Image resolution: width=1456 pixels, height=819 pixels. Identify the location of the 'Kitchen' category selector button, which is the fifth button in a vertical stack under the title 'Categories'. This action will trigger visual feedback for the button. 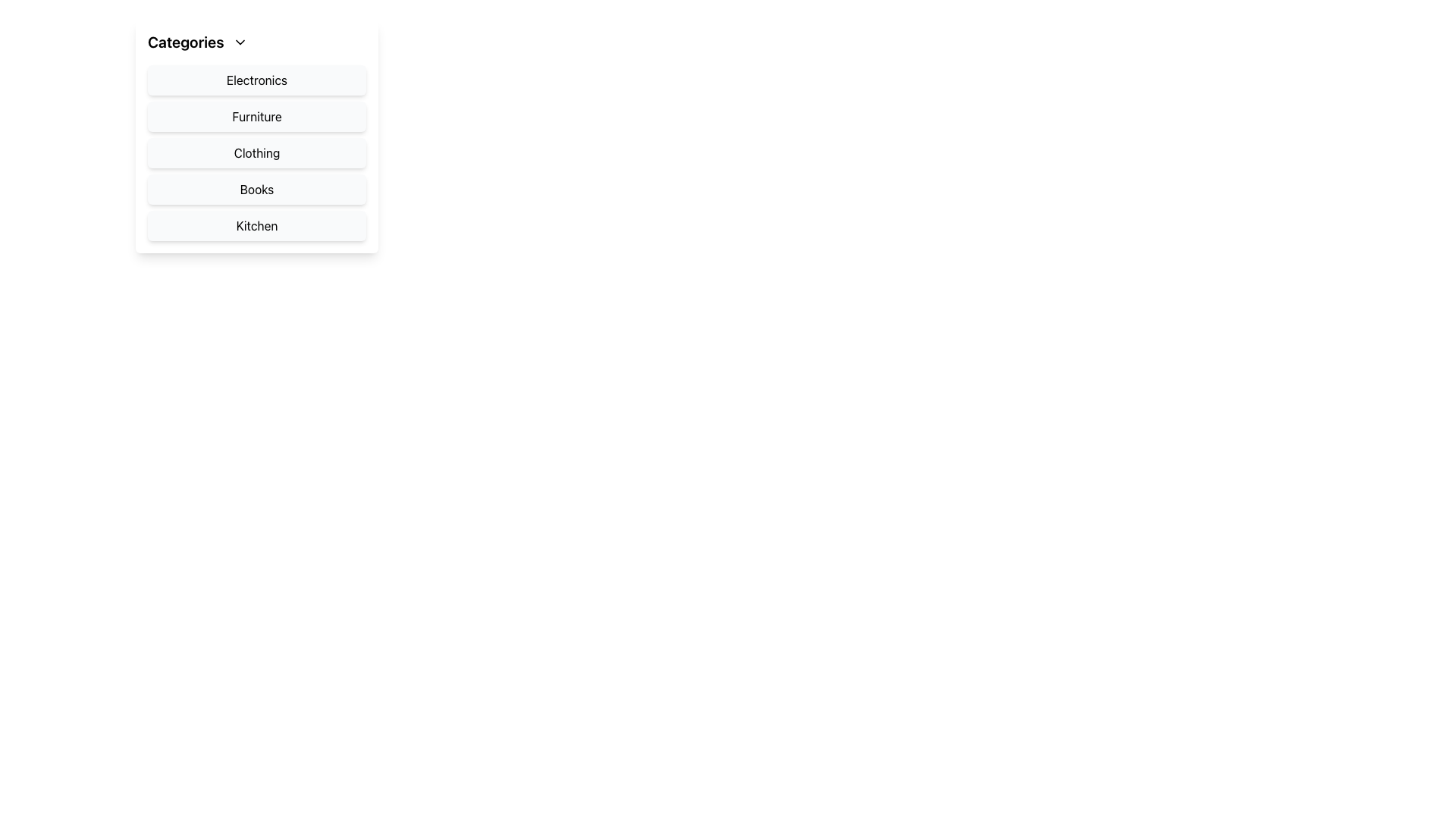
(257, 225).